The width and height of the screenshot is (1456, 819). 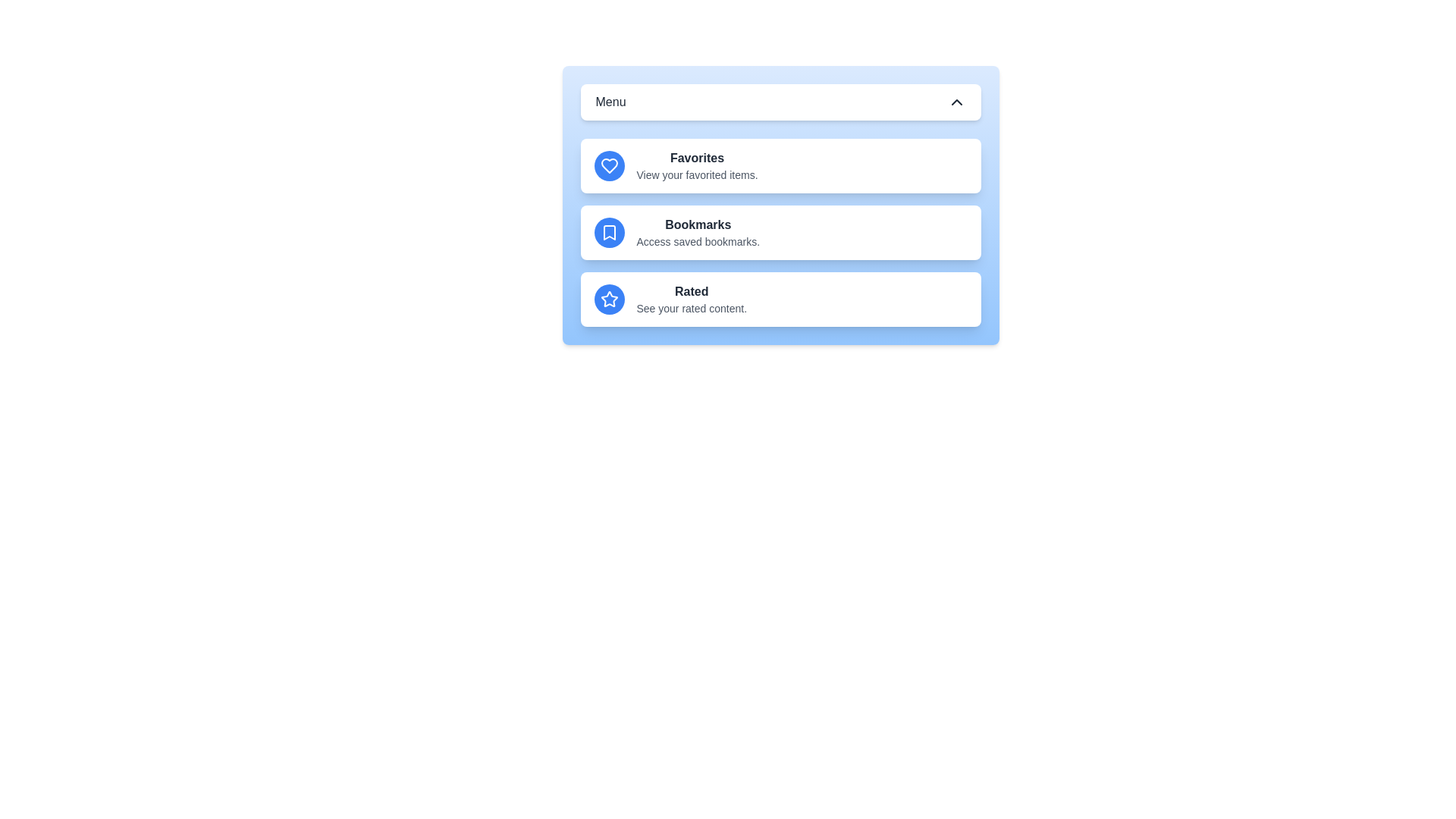 I want to click on the menu item Bookmarks, so click(x=780, y=233).